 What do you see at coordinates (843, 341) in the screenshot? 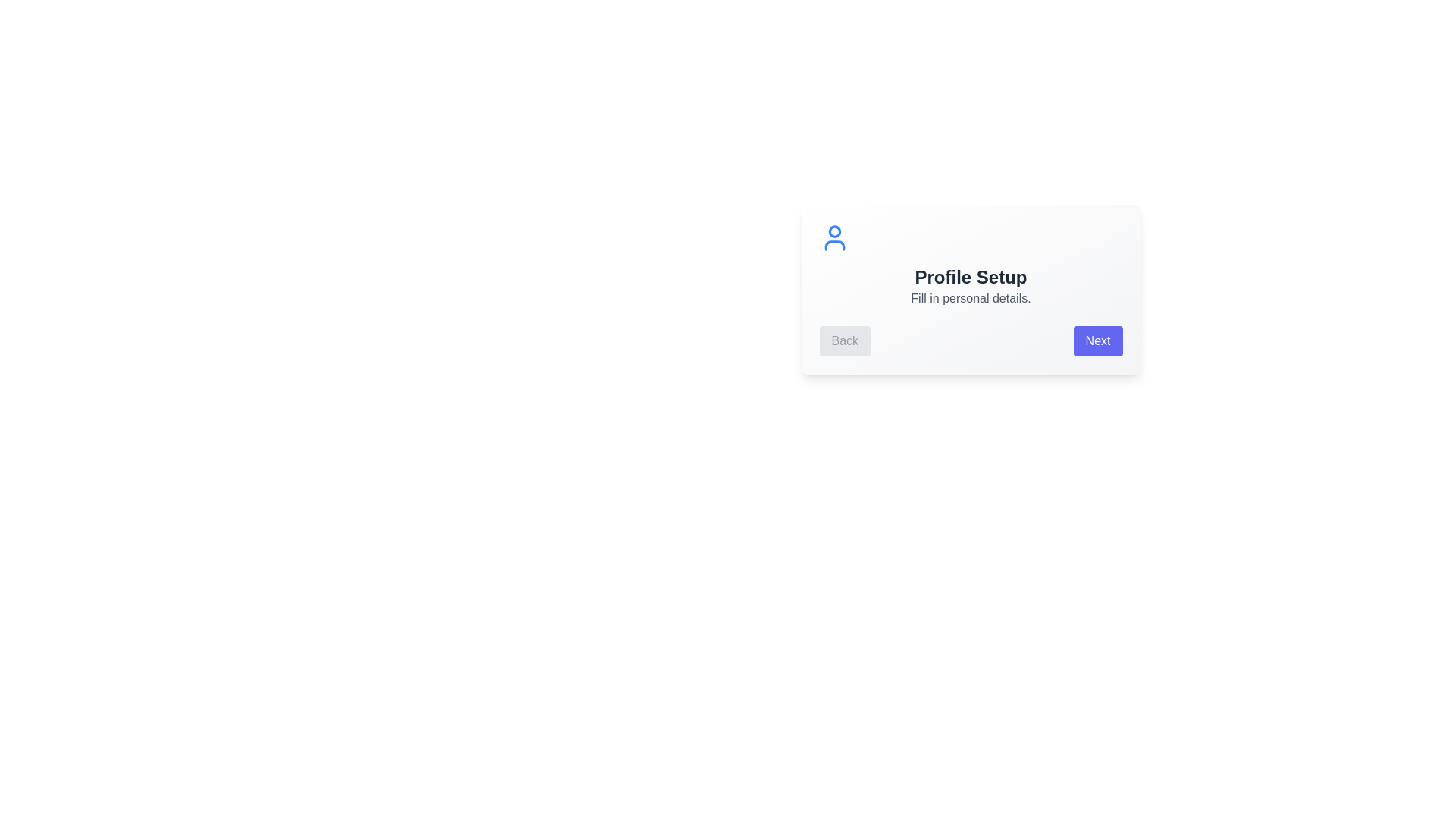
I see `the 'Back' button to navigate to the previous step` at bounding box center [843, 341].